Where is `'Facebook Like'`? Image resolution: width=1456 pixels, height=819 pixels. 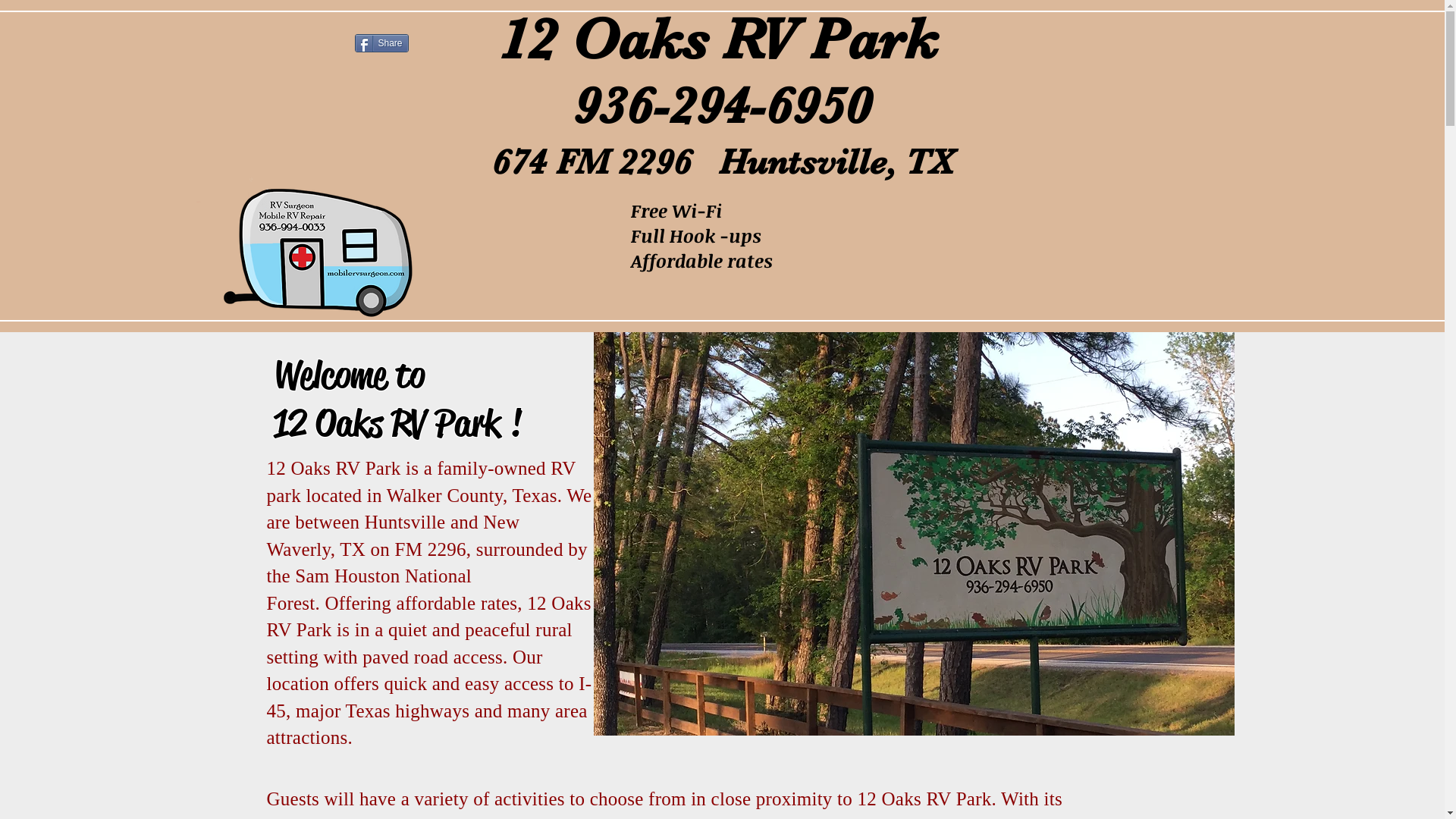
'Facebook Like' is located at coordinates (312, 42).